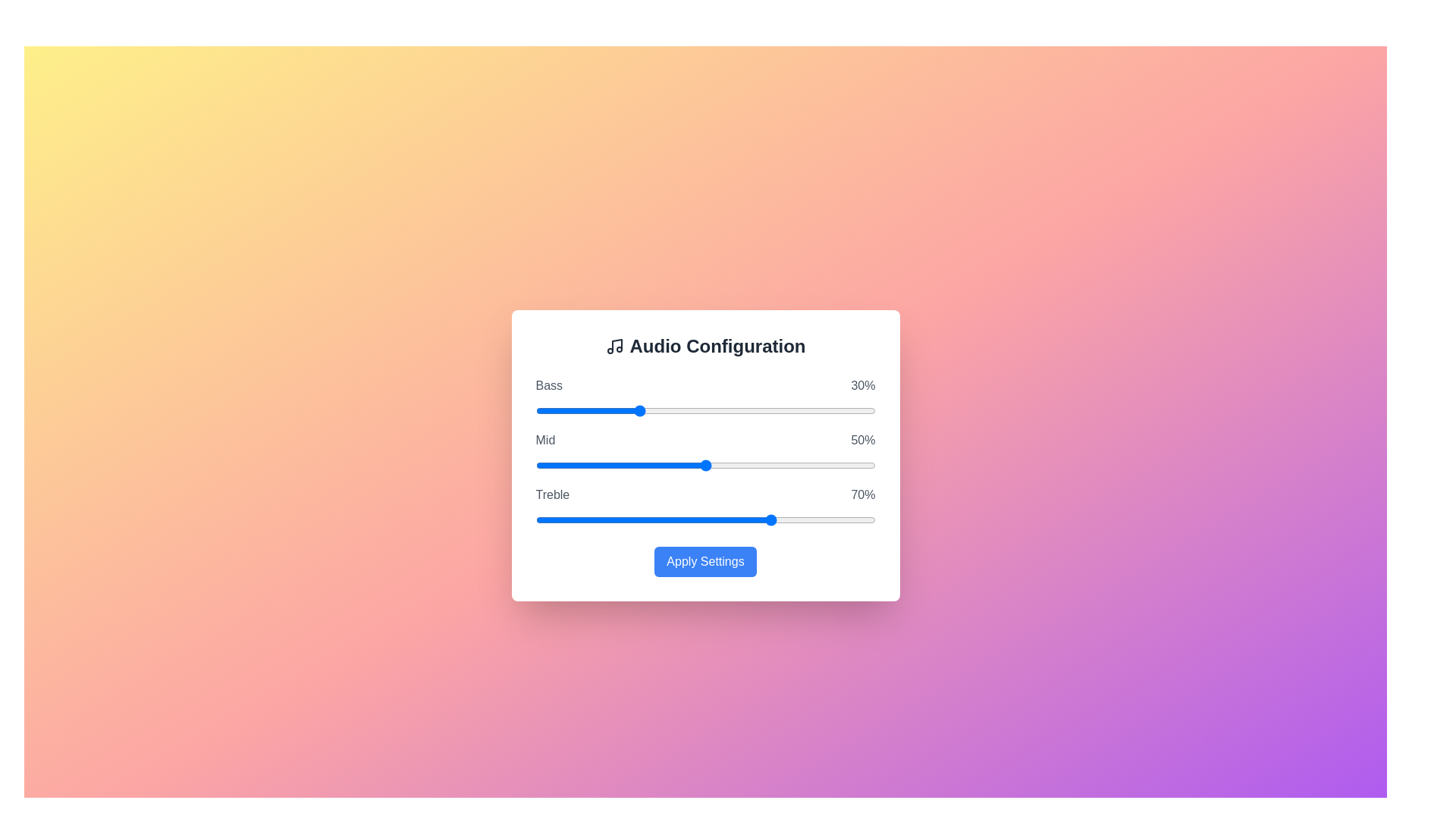 This screenshot has width=1456, height=819. Describe the element at coordinates (723, 464) in the screenshot. I see `the 1 slider to 11%` at that location.